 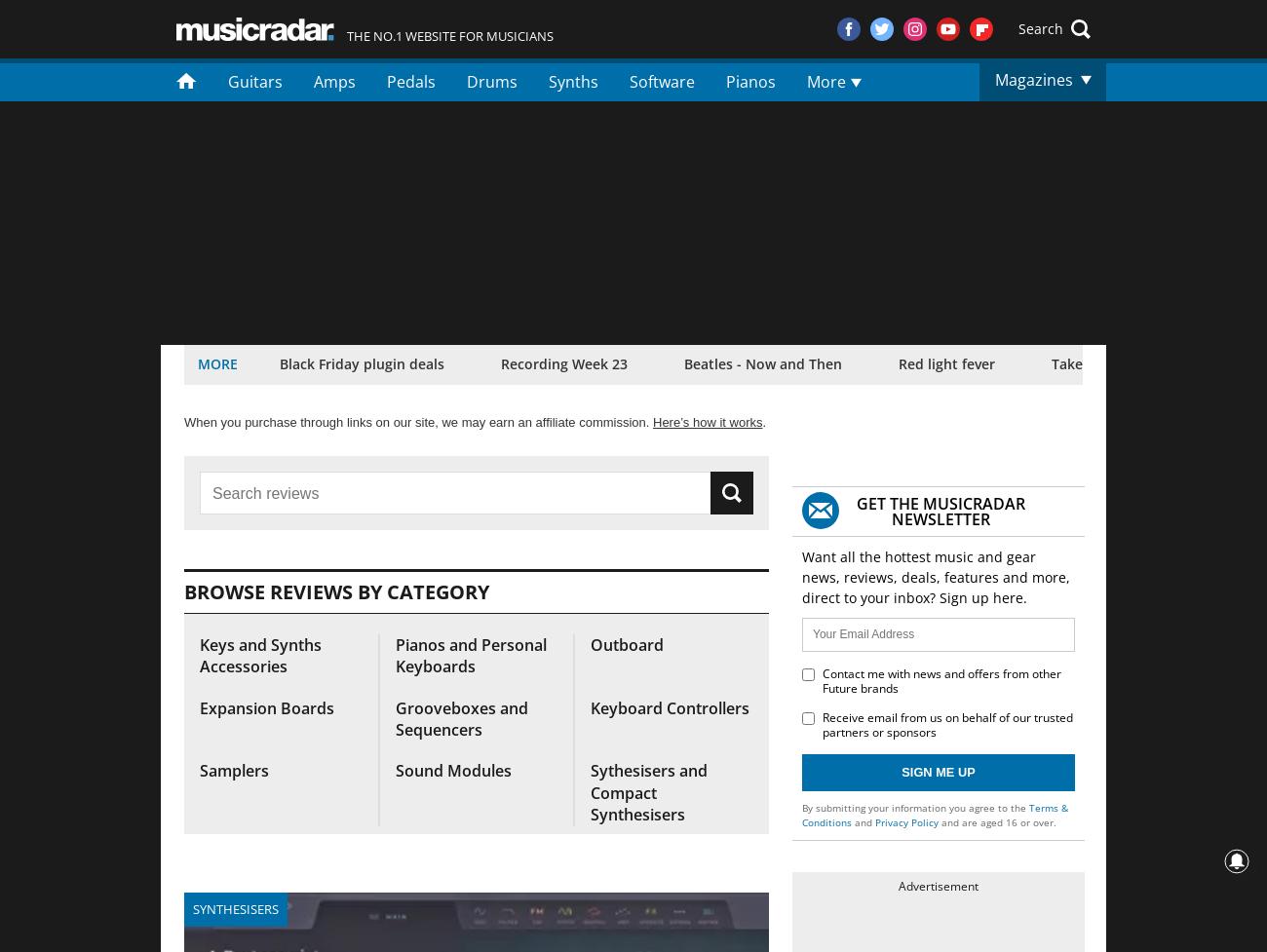 I want to click on '.', so click(x=763, y=422).